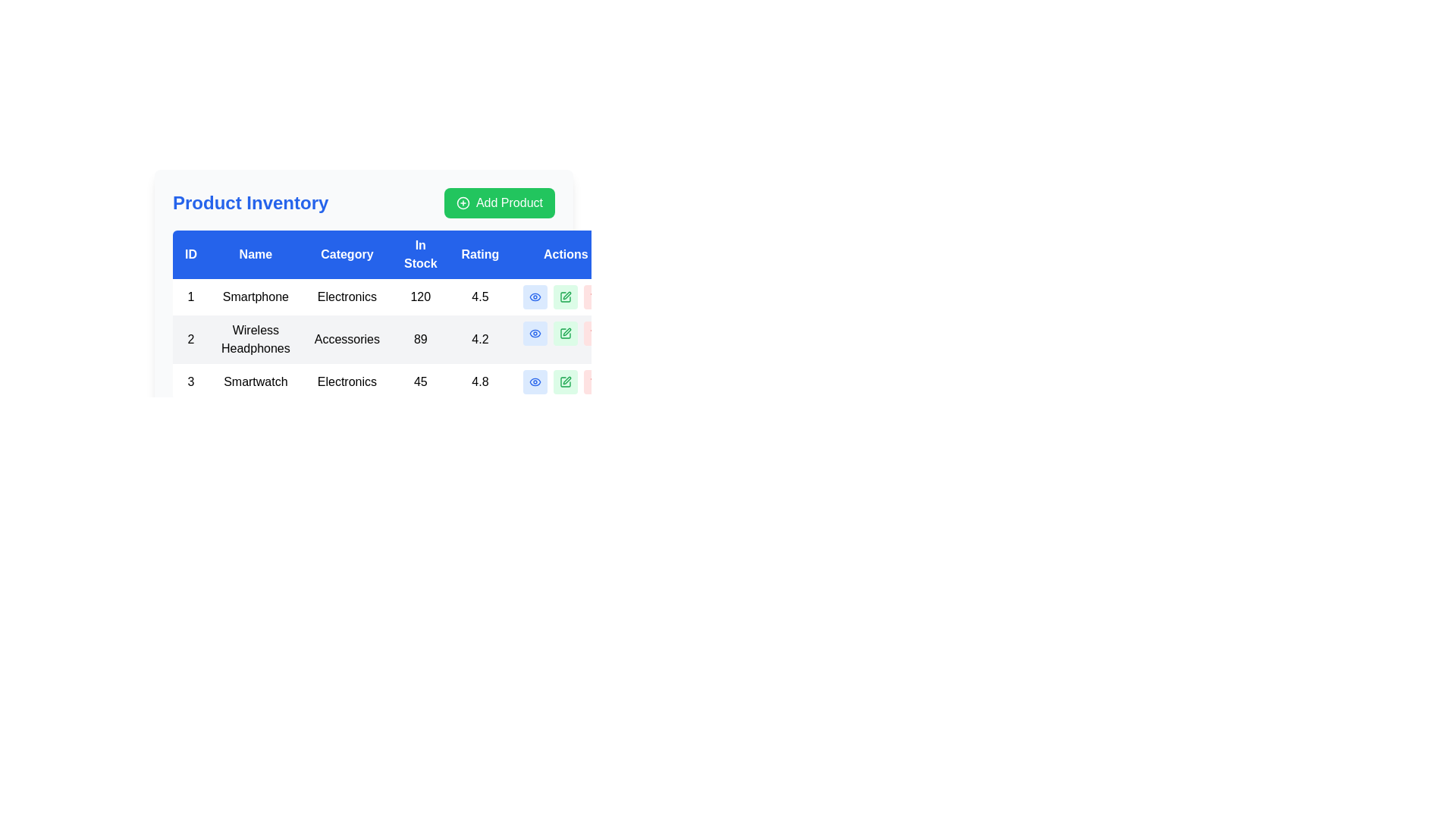 The height and width of the screenshot is (819, 1456). Describe the element at coordinates (535, 381) in the screenshot. I see `the rounded square button with a light blue background and blue border, which contains an eye icon` at that location.